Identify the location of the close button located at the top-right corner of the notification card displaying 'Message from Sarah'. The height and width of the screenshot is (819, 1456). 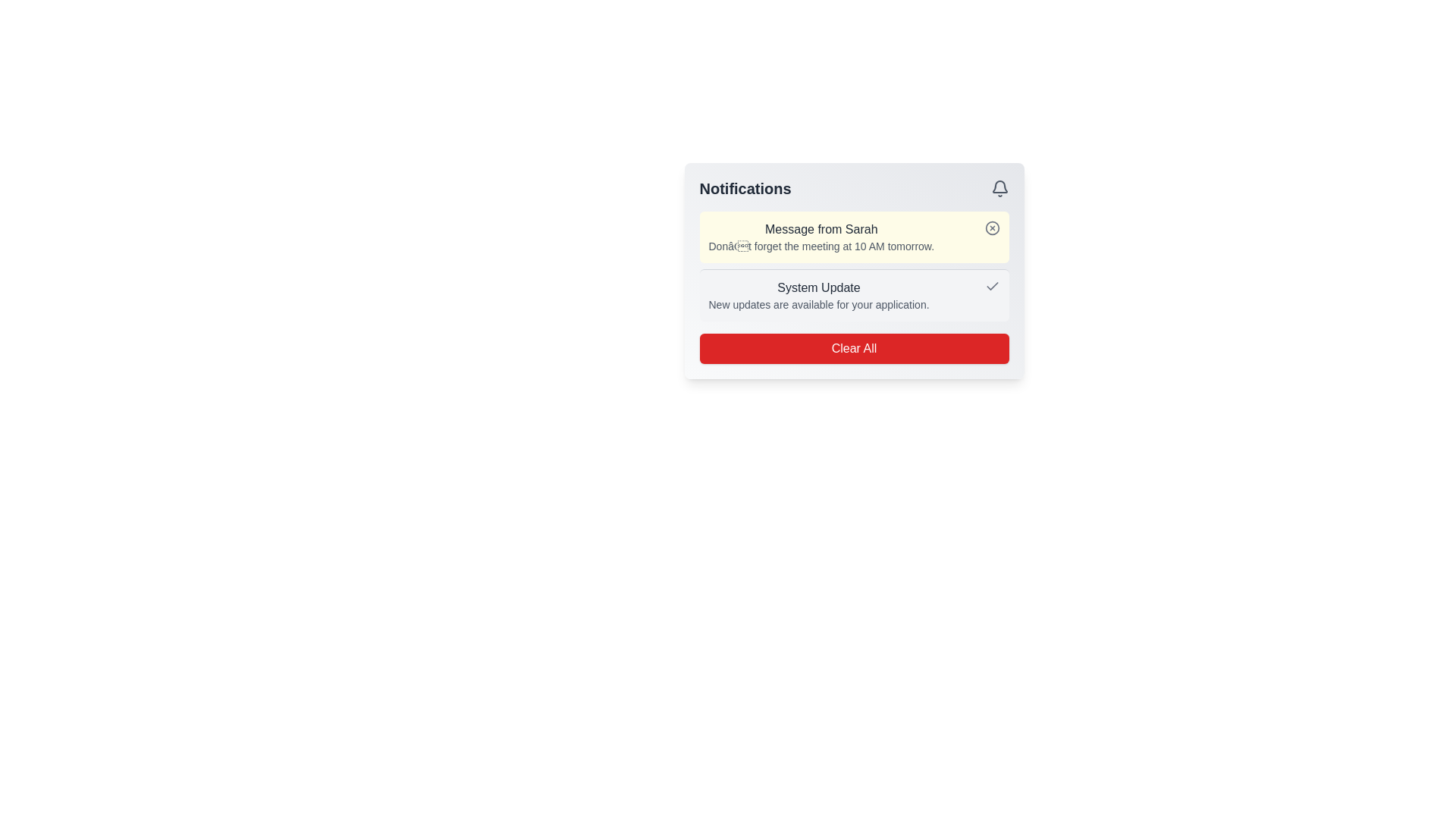
(992, 227).